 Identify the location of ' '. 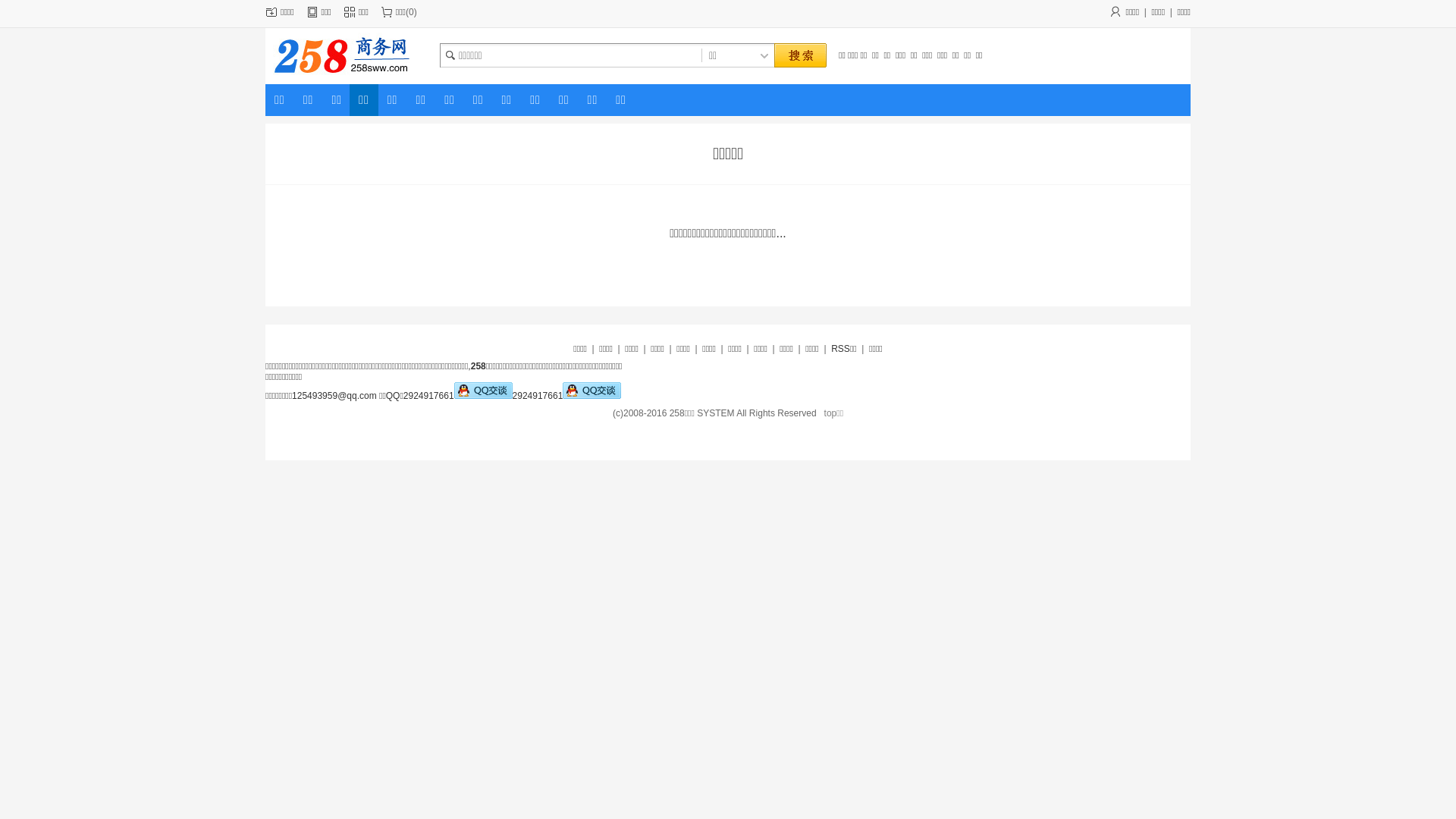
(799, 55).